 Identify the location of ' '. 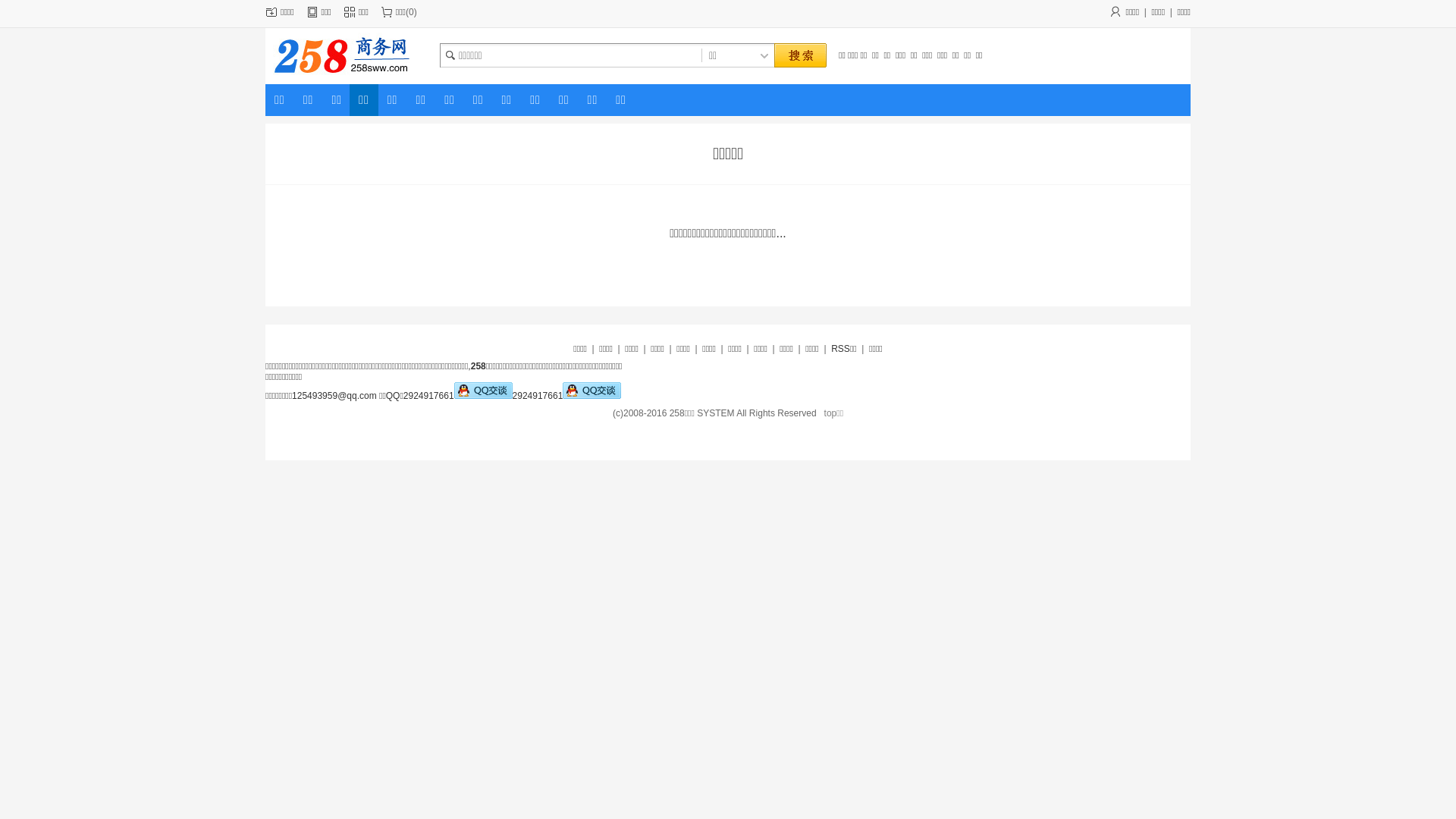
(799, 55).